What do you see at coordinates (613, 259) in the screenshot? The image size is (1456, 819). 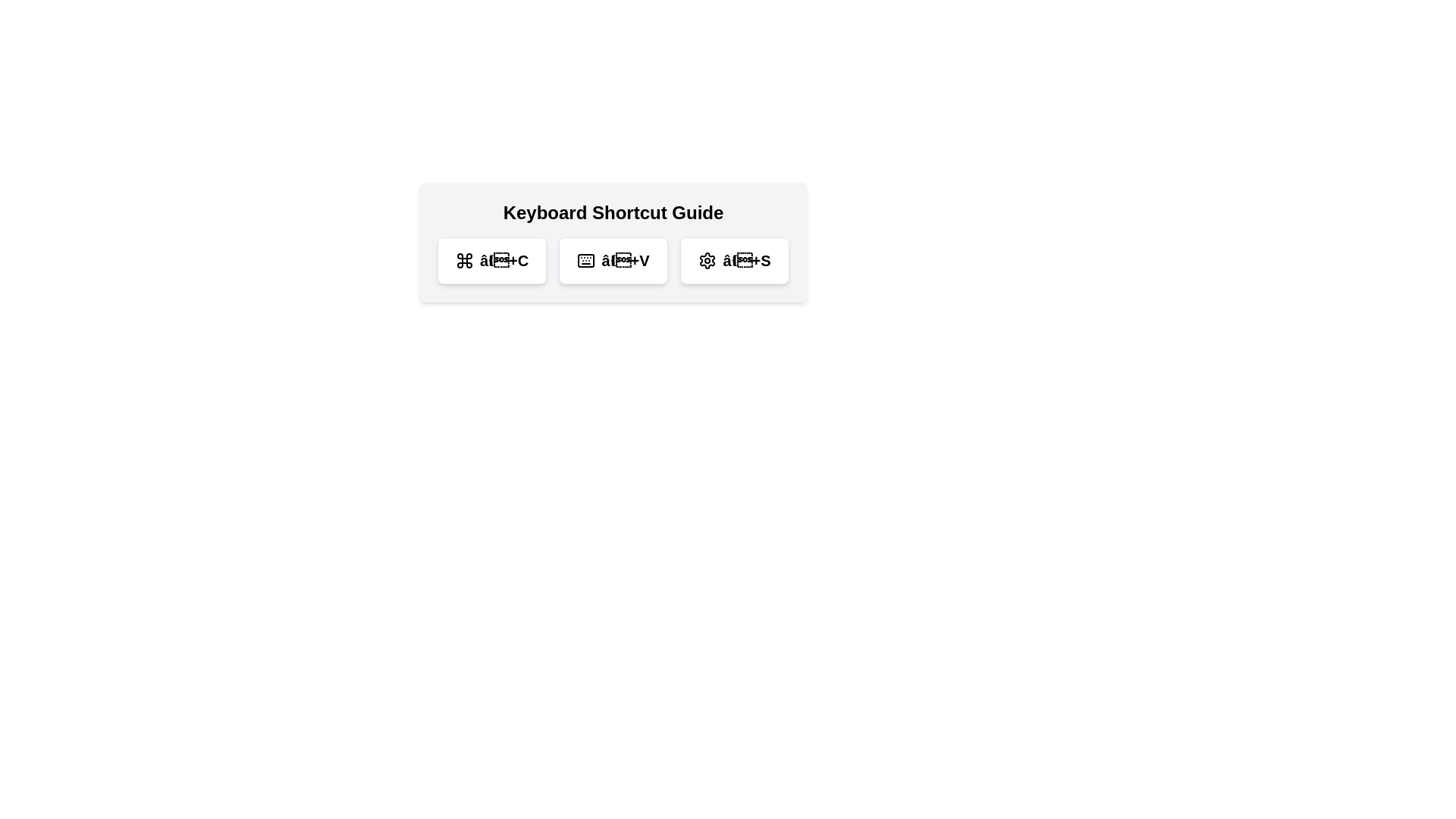 I see `the second button labeled with the keyboard shortcut ⌘+V, which is located below the title 'Keyboard Shortcut Guide' in a card layout` at bounding box center [613, 259].